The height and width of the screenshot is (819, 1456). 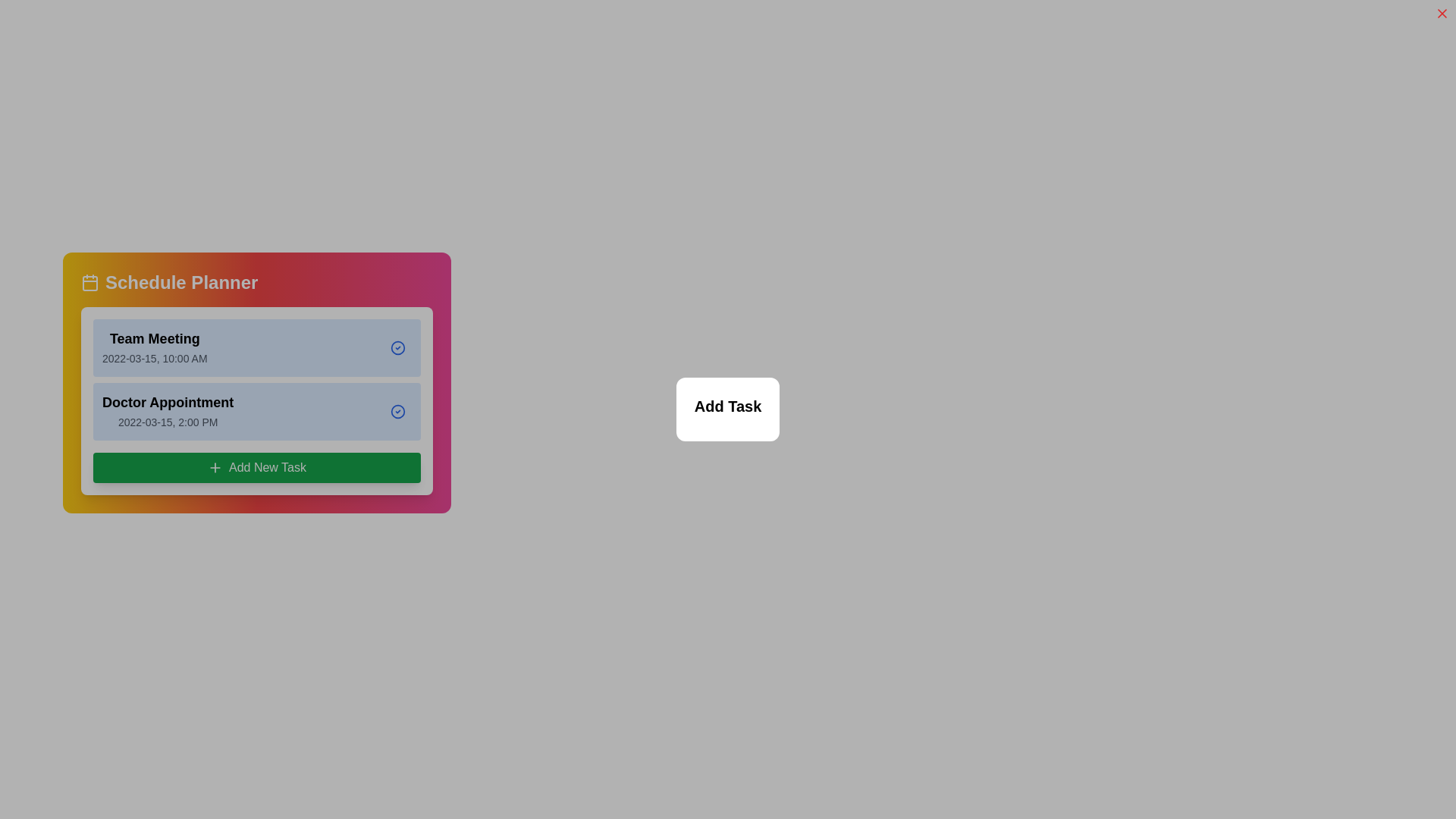 I want to click on the calendar icon located on the left side of the 'Schedule Planner' header, positioned before the text 'Schedule Planner', so click(x=89, y=283).